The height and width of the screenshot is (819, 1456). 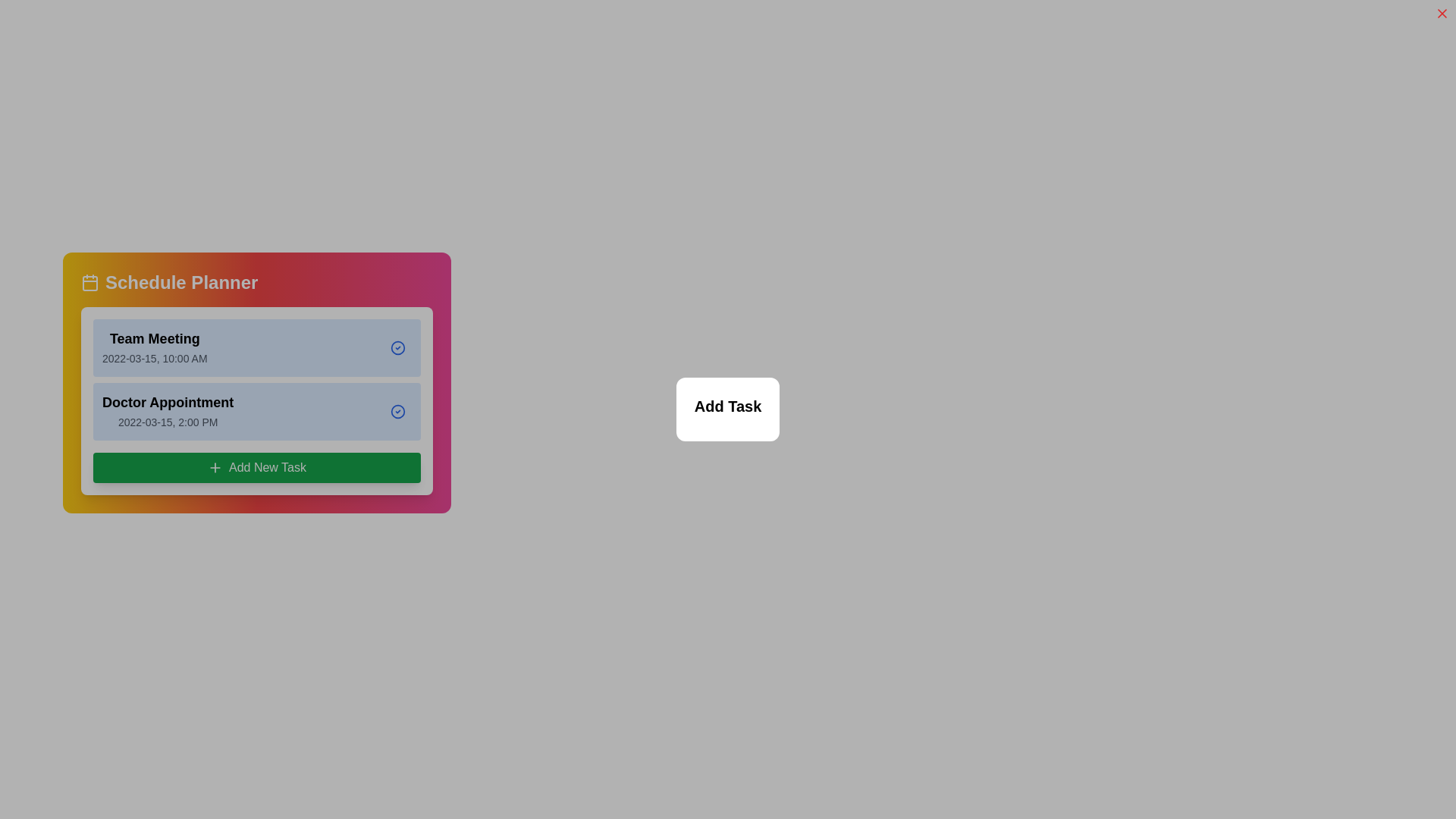 I want to click on the calendar icon located on the left side of the 'Schedule Planner' header, positioned before the text 'Schedule Planner', so click(x=89, y=283).